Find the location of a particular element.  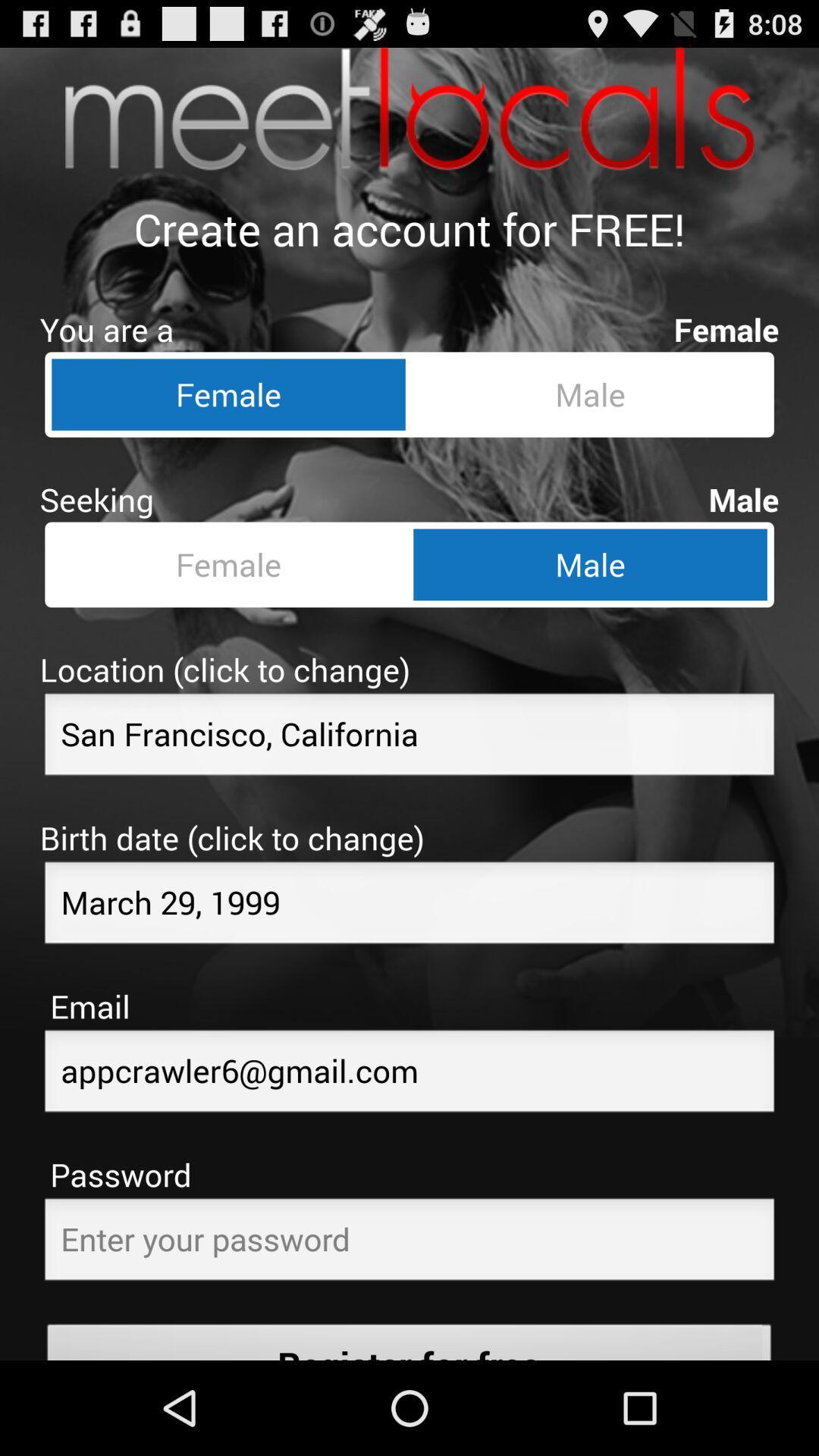

birth date is located at coordinates (409, 907).